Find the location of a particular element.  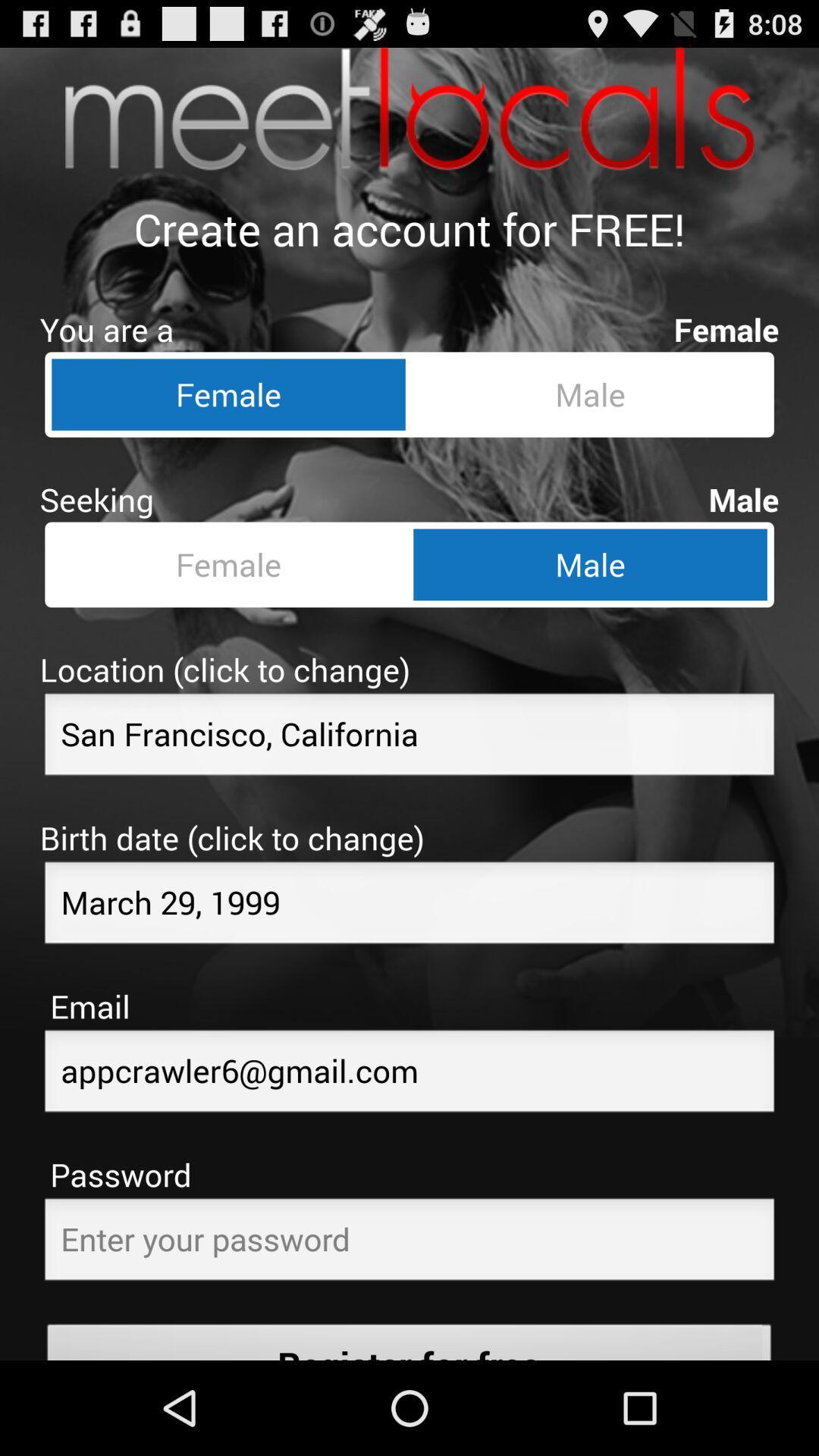

birth date is located at coordinates (409, 907).